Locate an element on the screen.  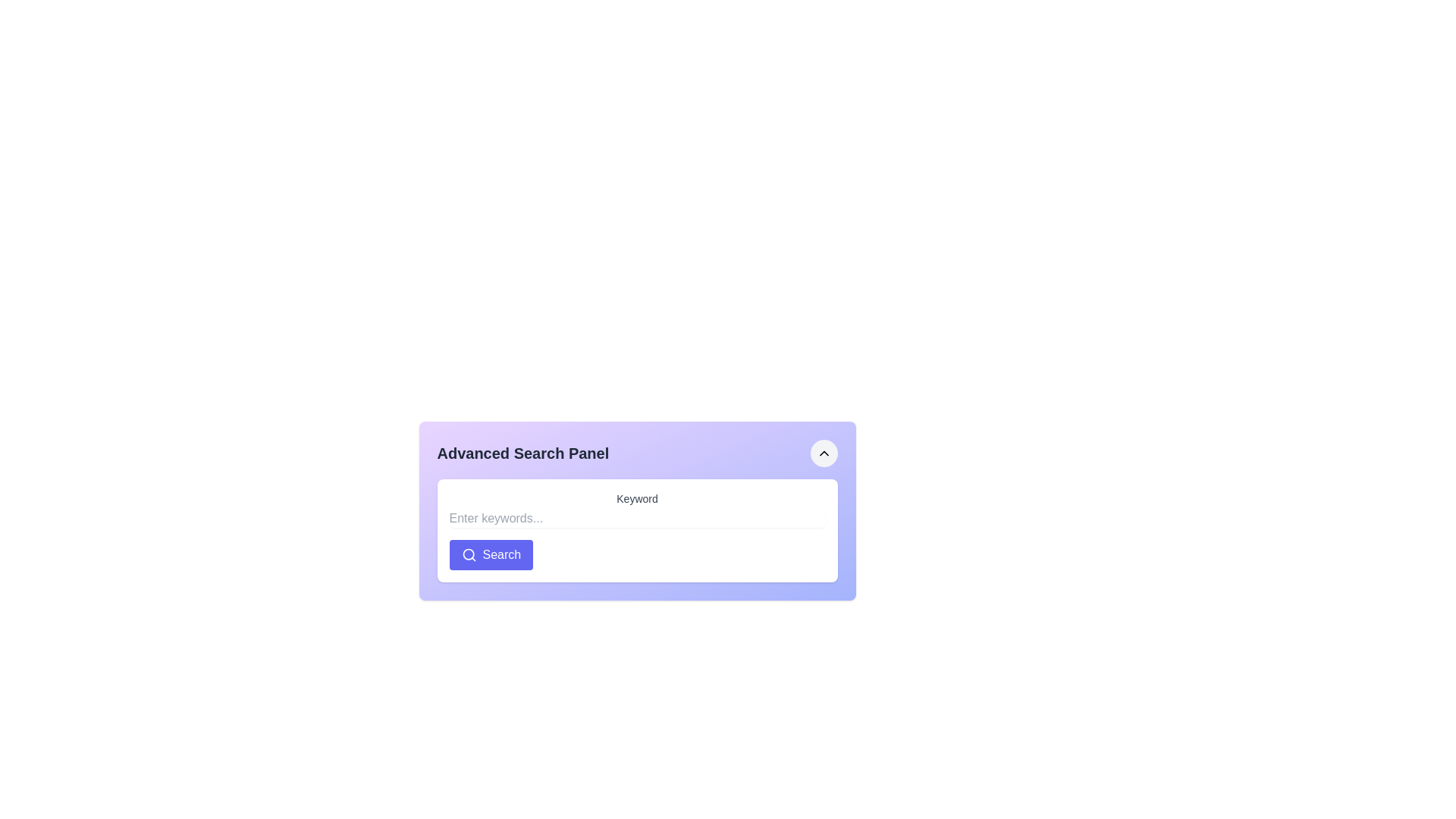
the 'Search' button with an indigo background and white text, featuring a magnifying glass icon, to observe the background color change is located at coordinates (491, 555).